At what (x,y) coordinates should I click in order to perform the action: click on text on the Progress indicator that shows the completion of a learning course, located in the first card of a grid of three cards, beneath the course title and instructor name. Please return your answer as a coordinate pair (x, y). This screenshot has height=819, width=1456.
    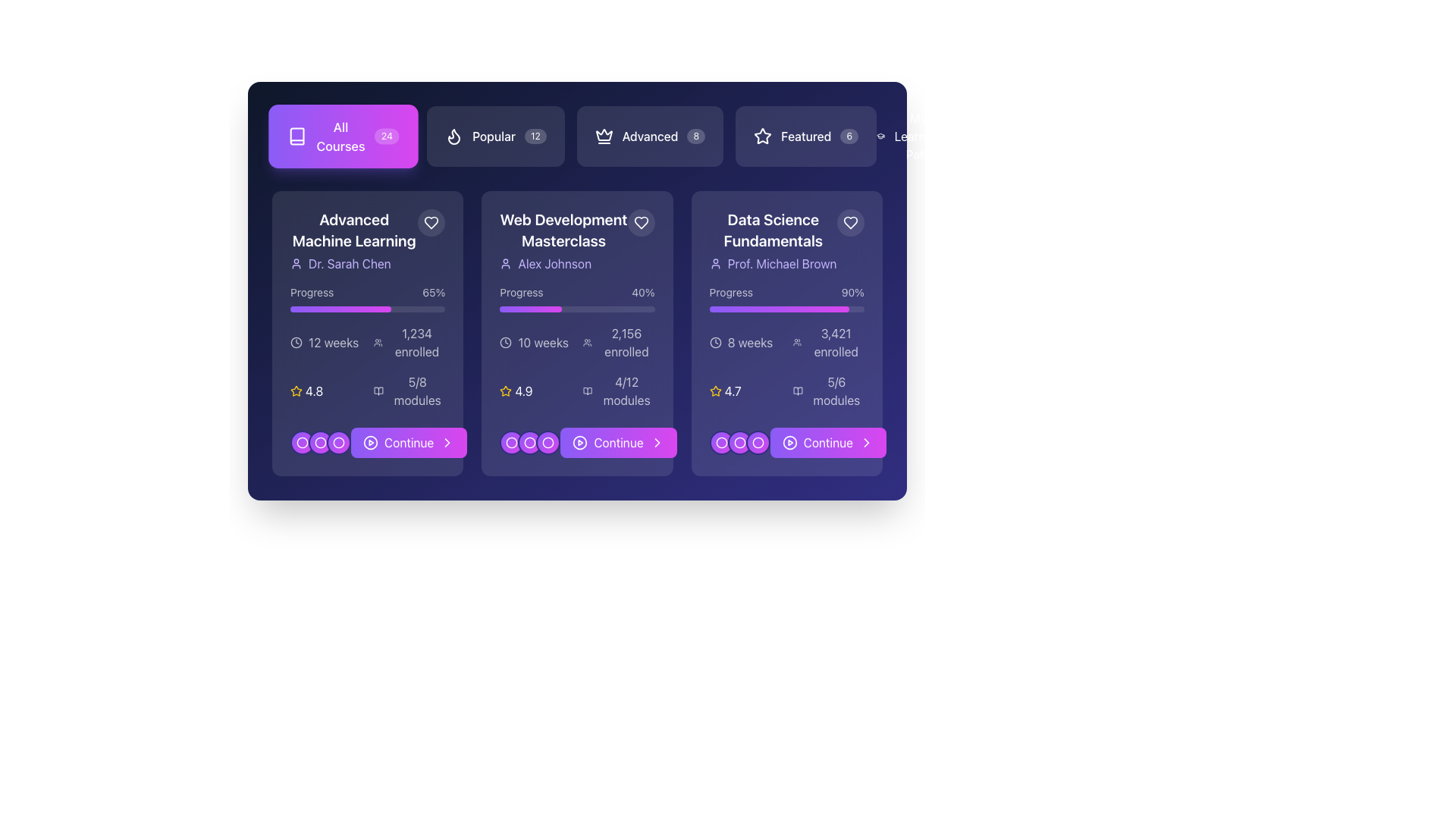
    Looking at the image, I should click on (368, 298).